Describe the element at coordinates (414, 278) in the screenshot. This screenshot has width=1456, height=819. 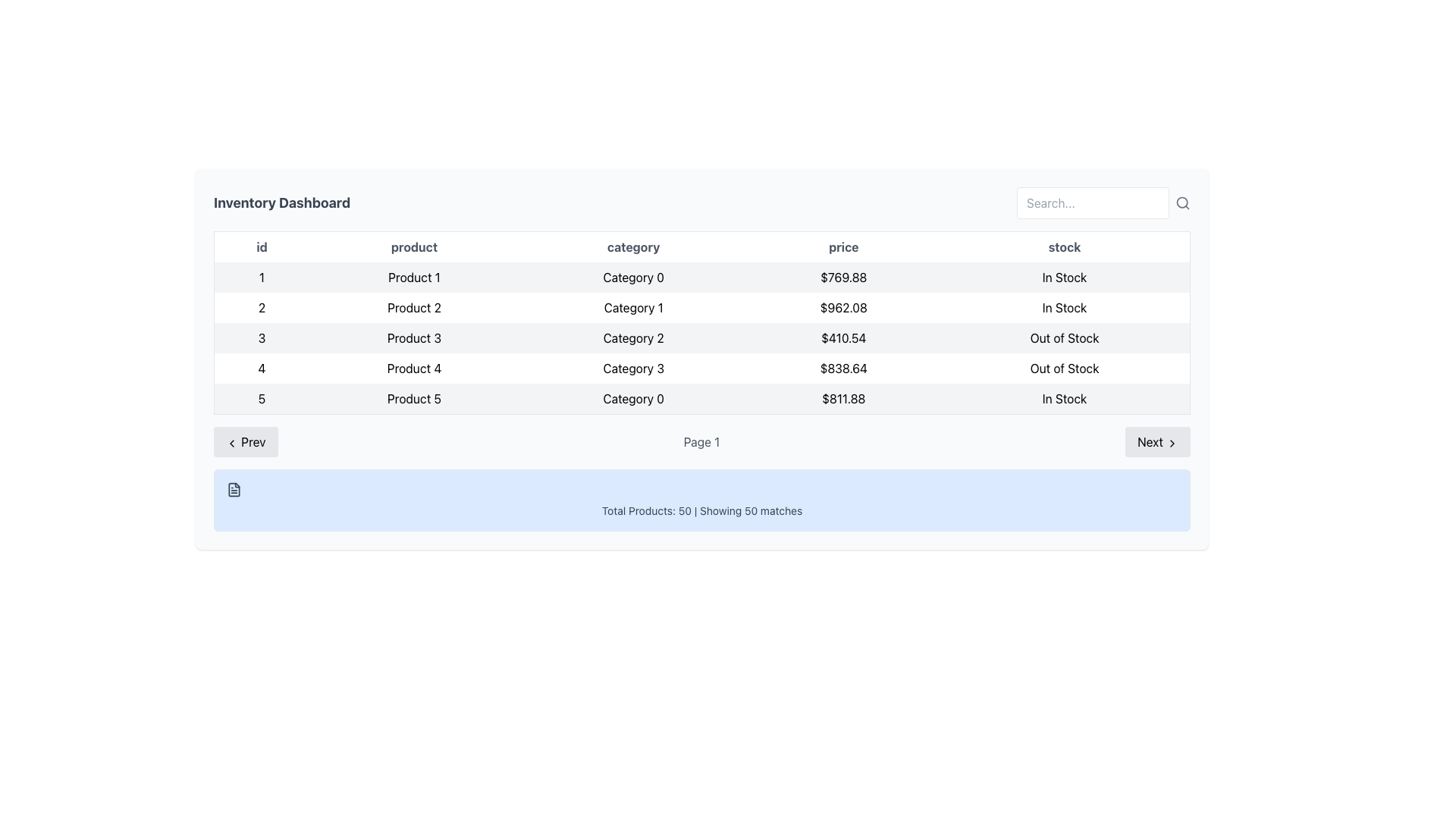
I see `the static text element indicating the product name in the first row of the table, which is centrally aligned under the 'product' column header` at that location.